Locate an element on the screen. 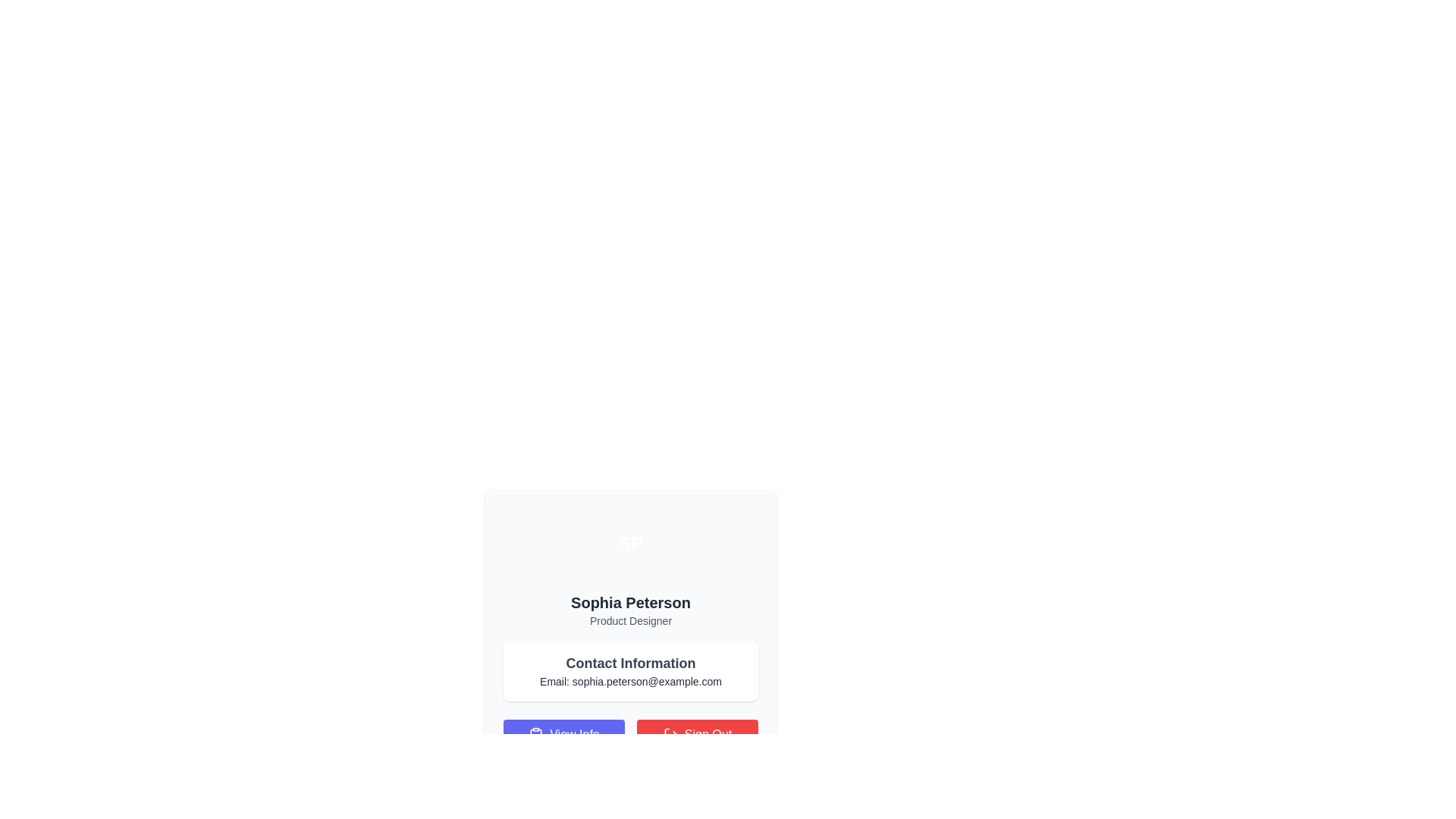 This screenshot has width=1456, height=819. the text label that reads 'Email: sophia.peterson@example.com', which is located below 'Contact Information' in a white card with rounded corners is located at coordinates (630, 680).